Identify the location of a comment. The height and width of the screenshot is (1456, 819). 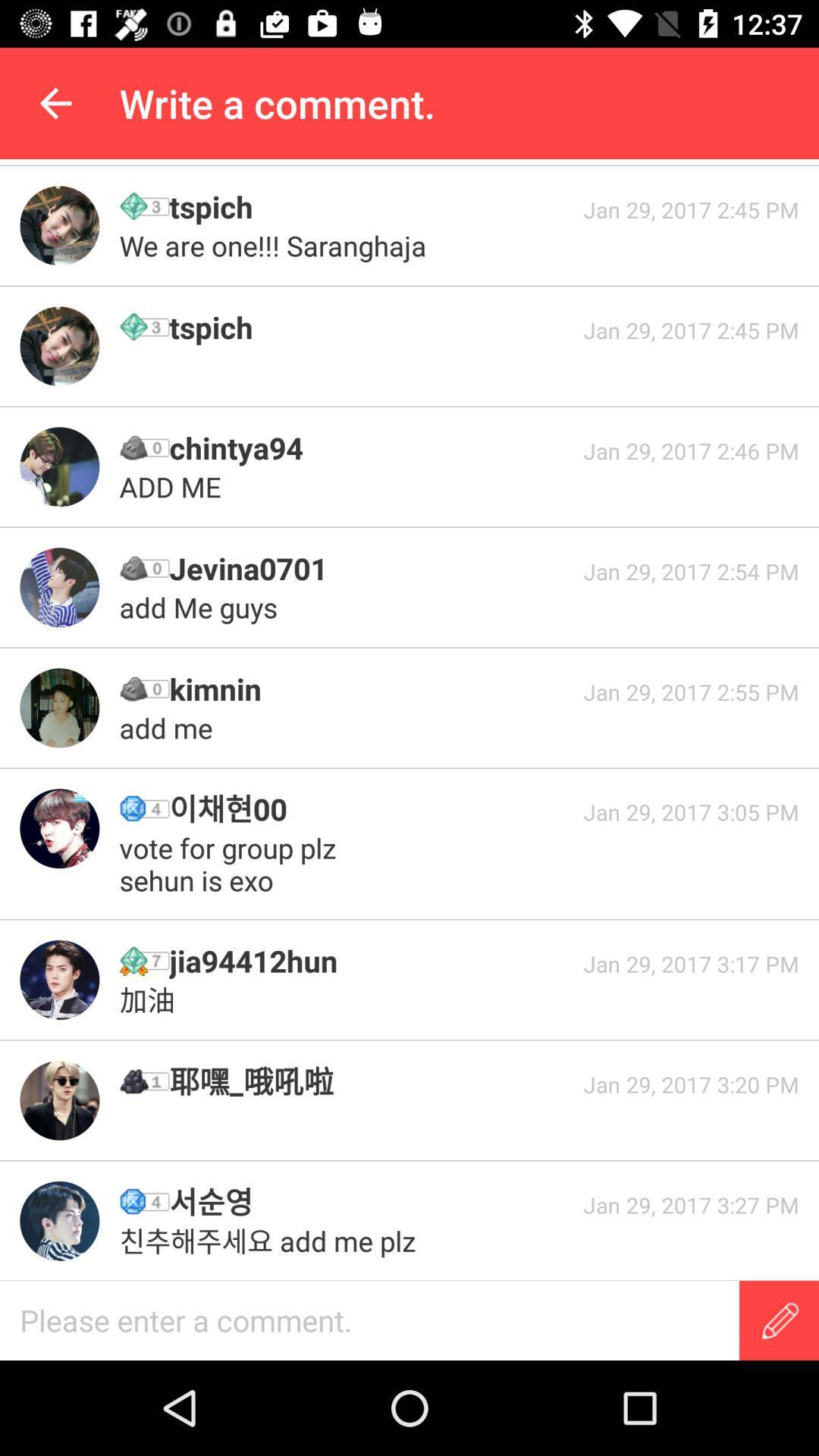
(369, 1319).